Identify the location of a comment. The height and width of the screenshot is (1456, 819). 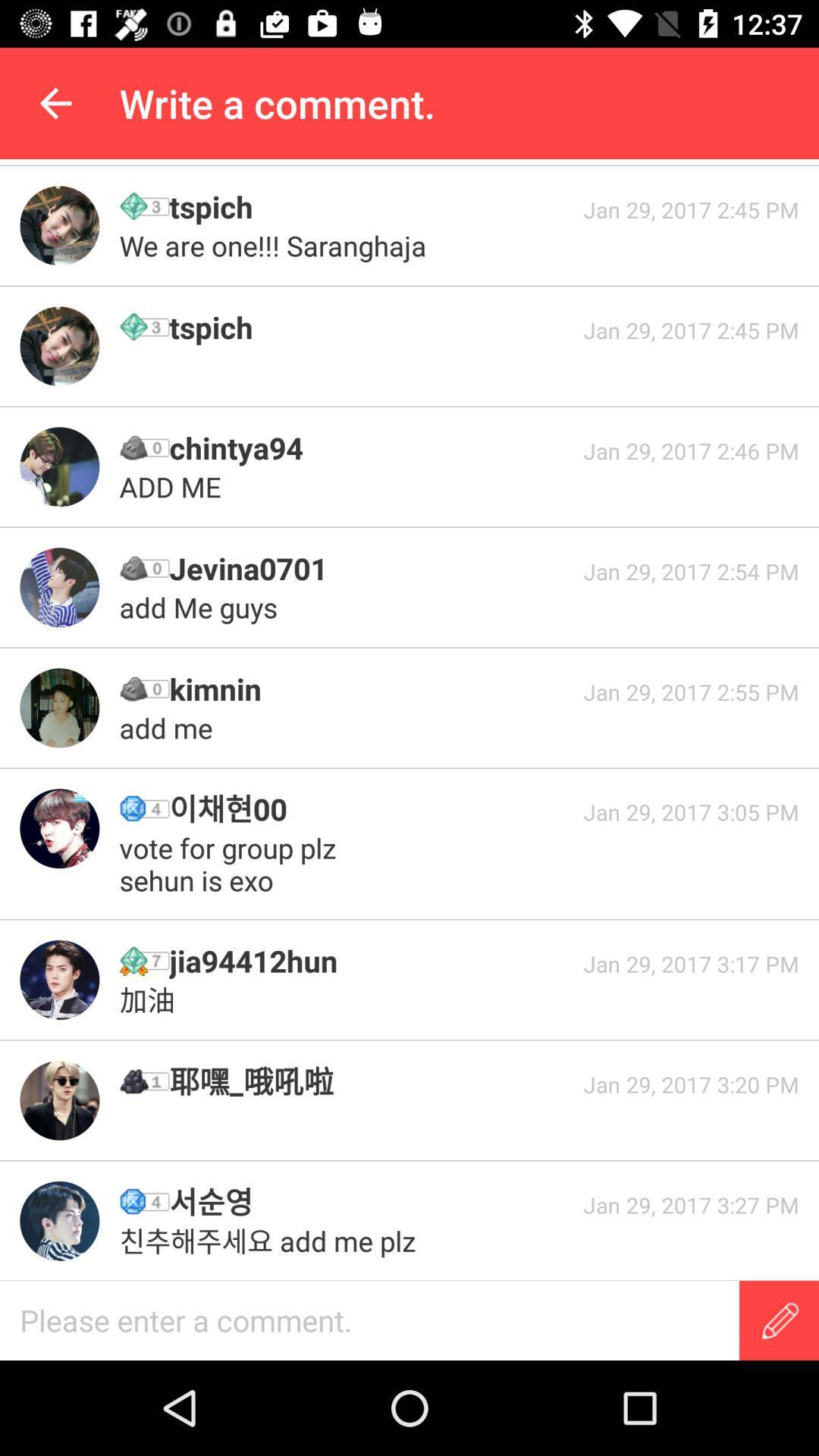
(369, 1319).